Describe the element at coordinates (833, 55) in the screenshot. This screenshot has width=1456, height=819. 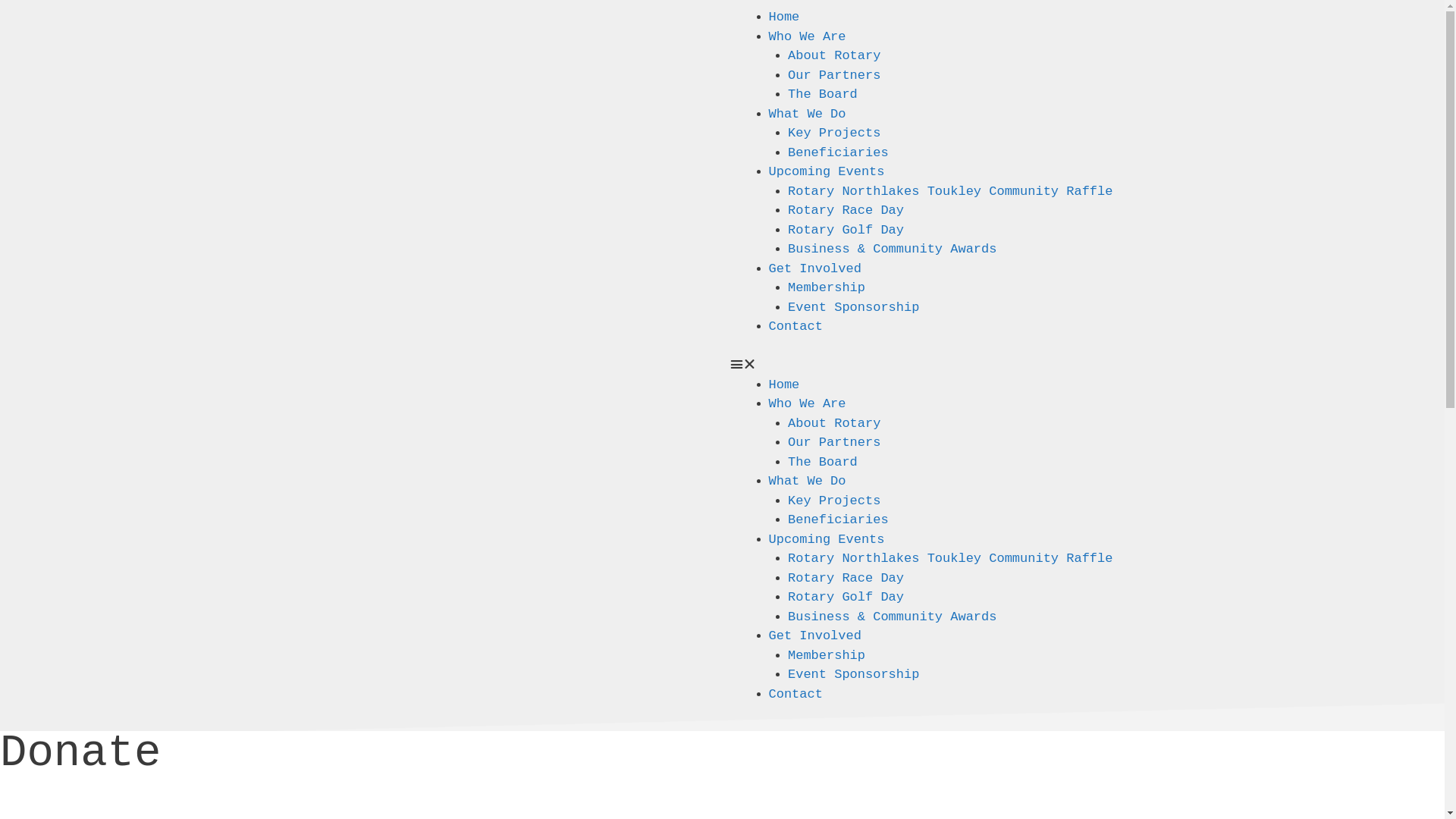
I see `'About Rotary'` at that location.